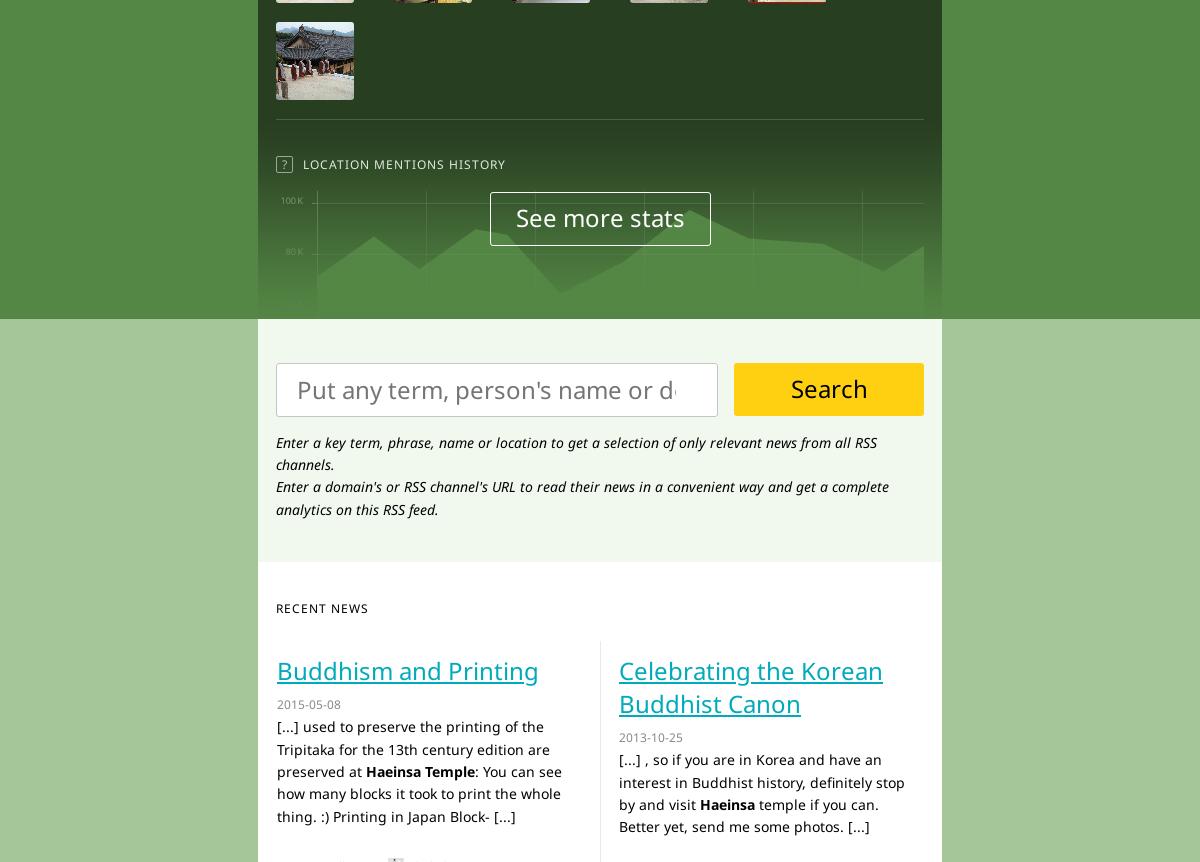  Describe the element at coordinates (598, 216) in the screenshot. I see `'See more stats'` at that location.